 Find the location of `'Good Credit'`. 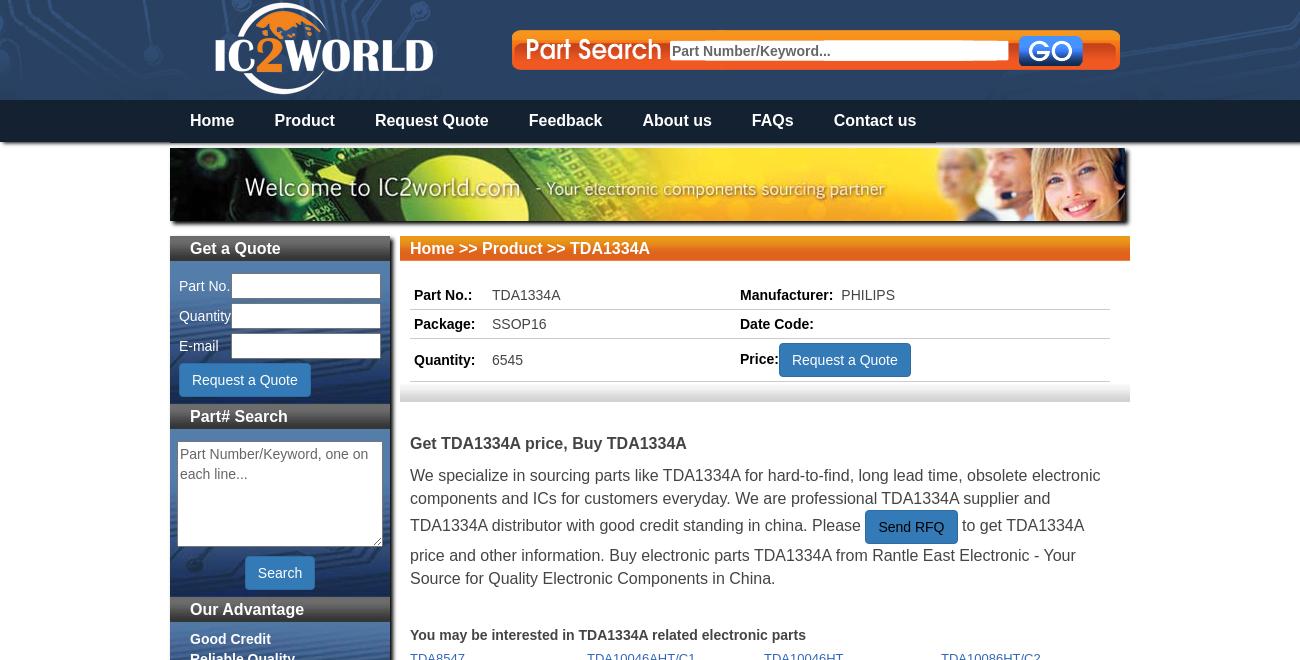

'Good Credit' is located at coordinates (228, 637).